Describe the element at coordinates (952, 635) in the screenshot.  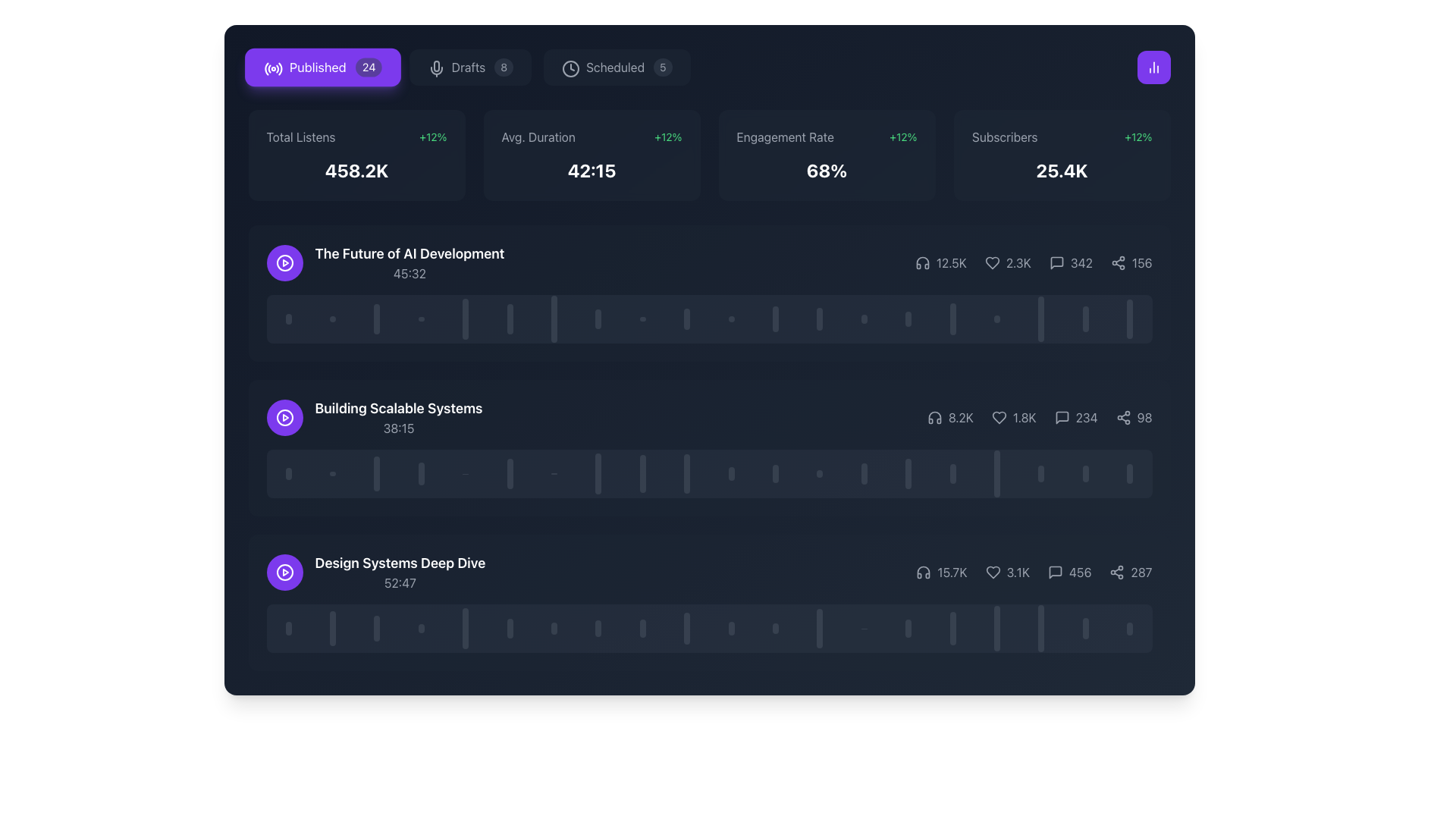
I see `the vertical slider` at that location.